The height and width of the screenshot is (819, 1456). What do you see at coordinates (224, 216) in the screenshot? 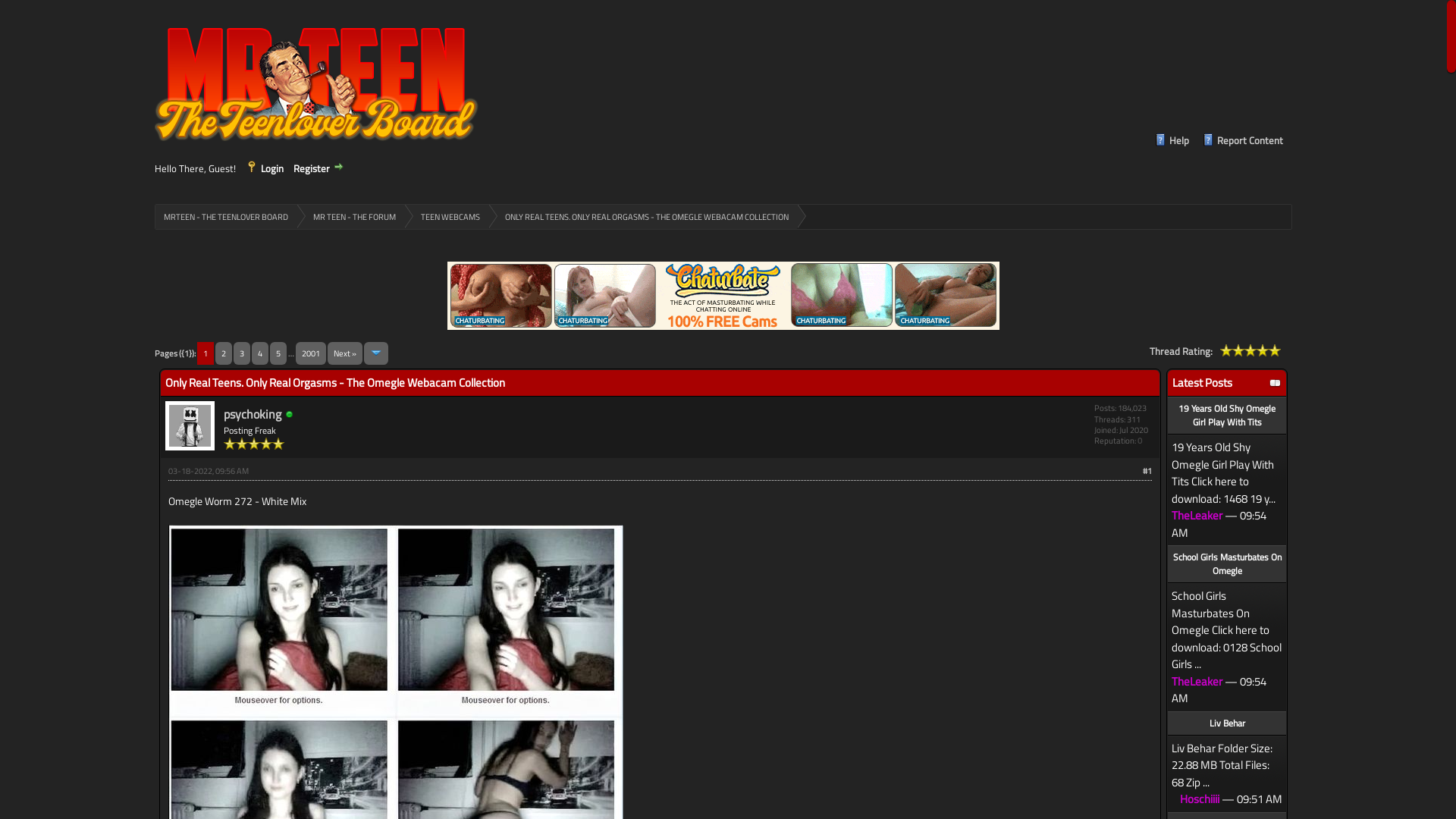
I see `'MRTEEN - THE TEENLOVER BOARD'` at bounding box center [224, 216].